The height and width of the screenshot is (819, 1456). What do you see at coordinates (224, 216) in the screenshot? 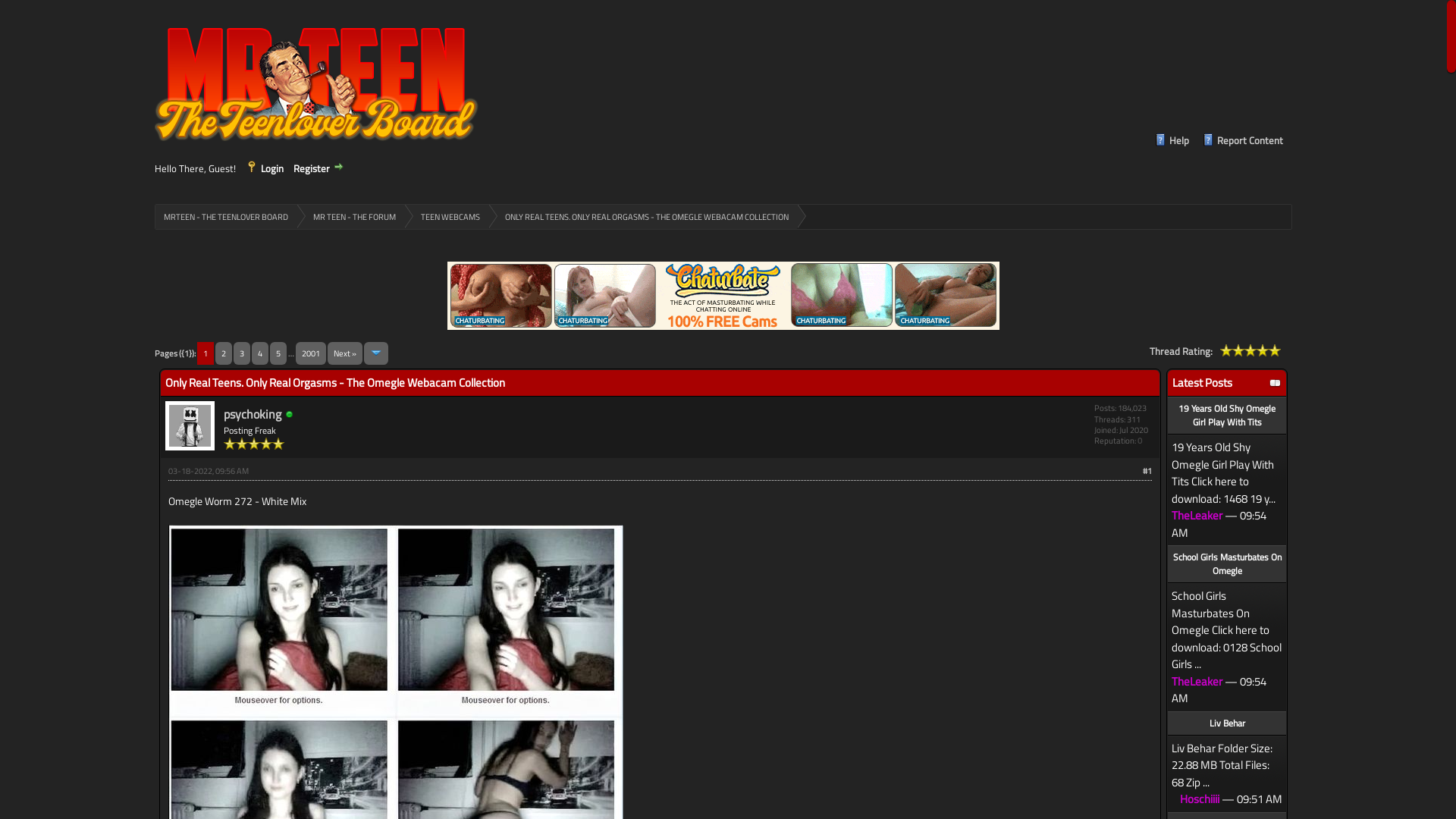
I see `'MRTEEN - THE TEENLOVER BOARD'` at bounding box center [224, 216].